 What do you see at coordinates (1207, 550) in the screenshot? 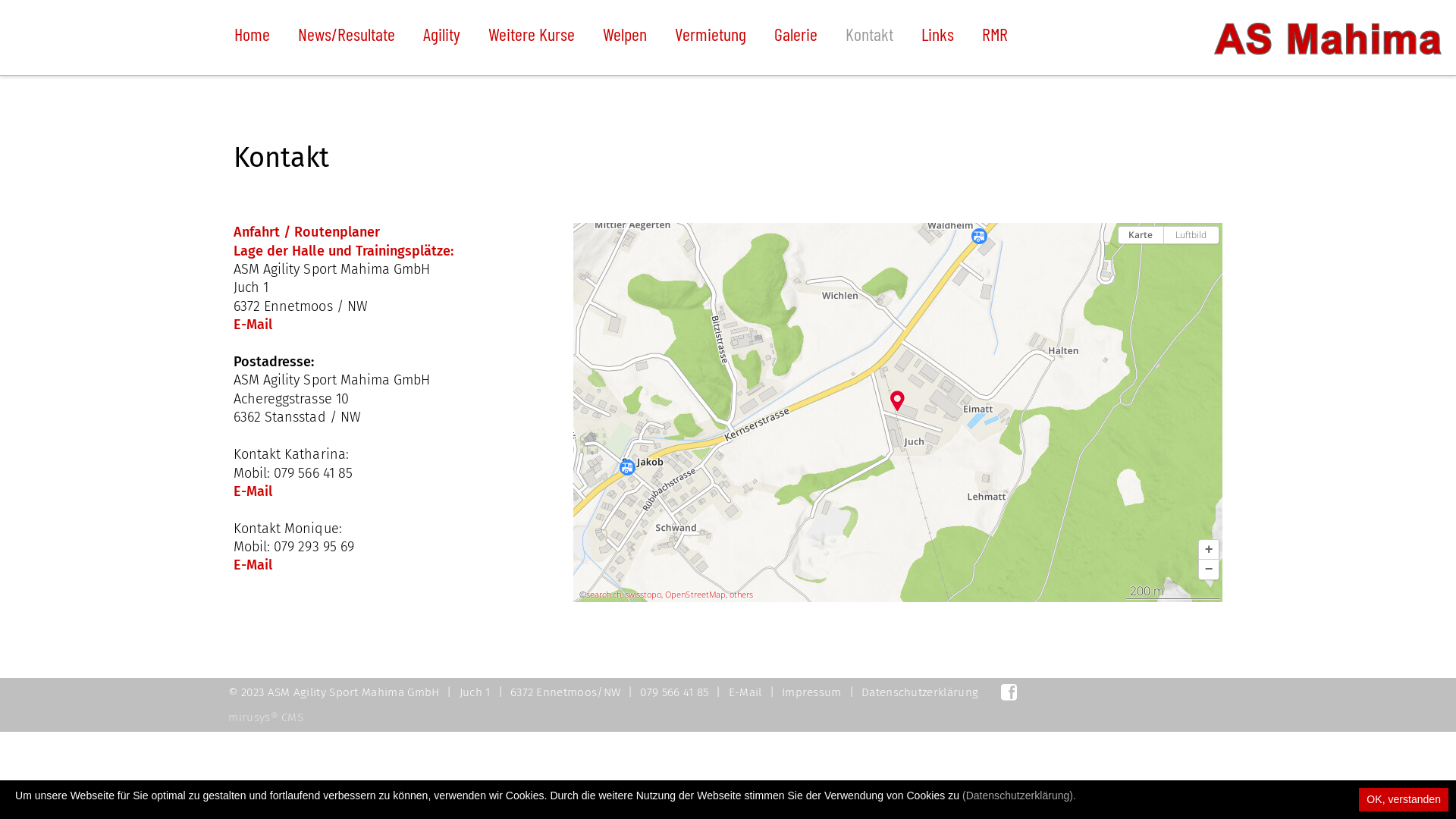
I see `'+'` at bounding box center [1207, 550].